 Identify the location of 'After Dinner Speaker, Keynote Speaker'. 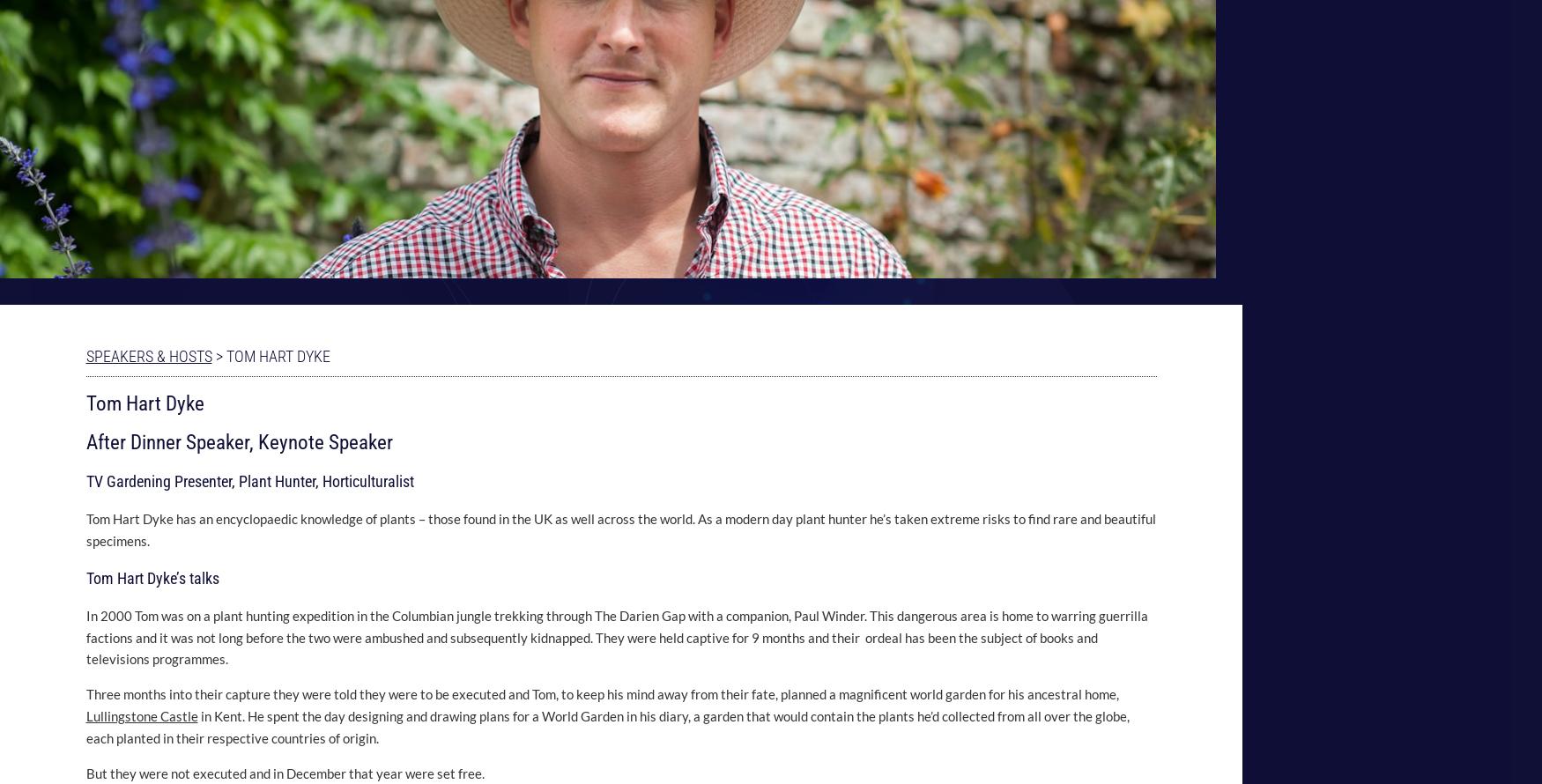
(238, 441).